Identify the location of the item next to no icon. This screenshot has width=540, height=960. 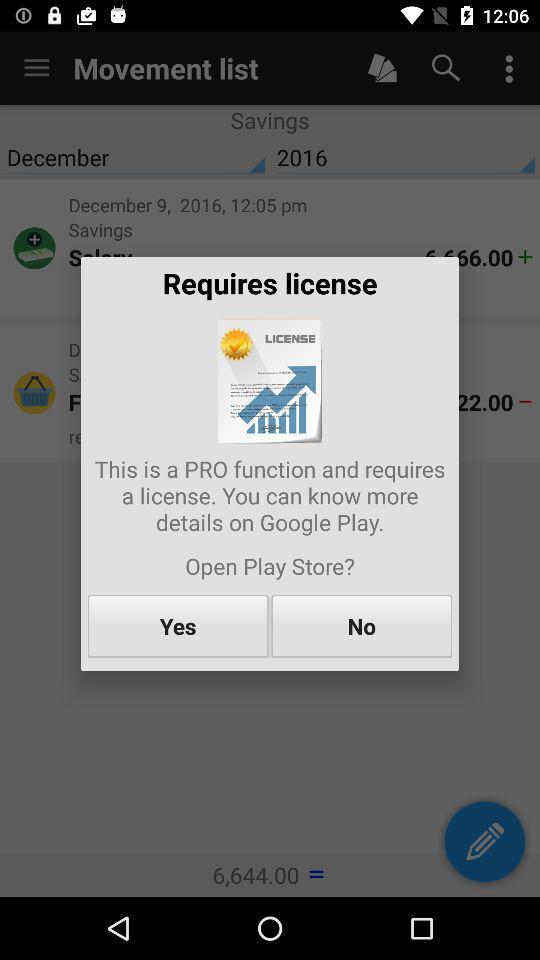
(178, 625).